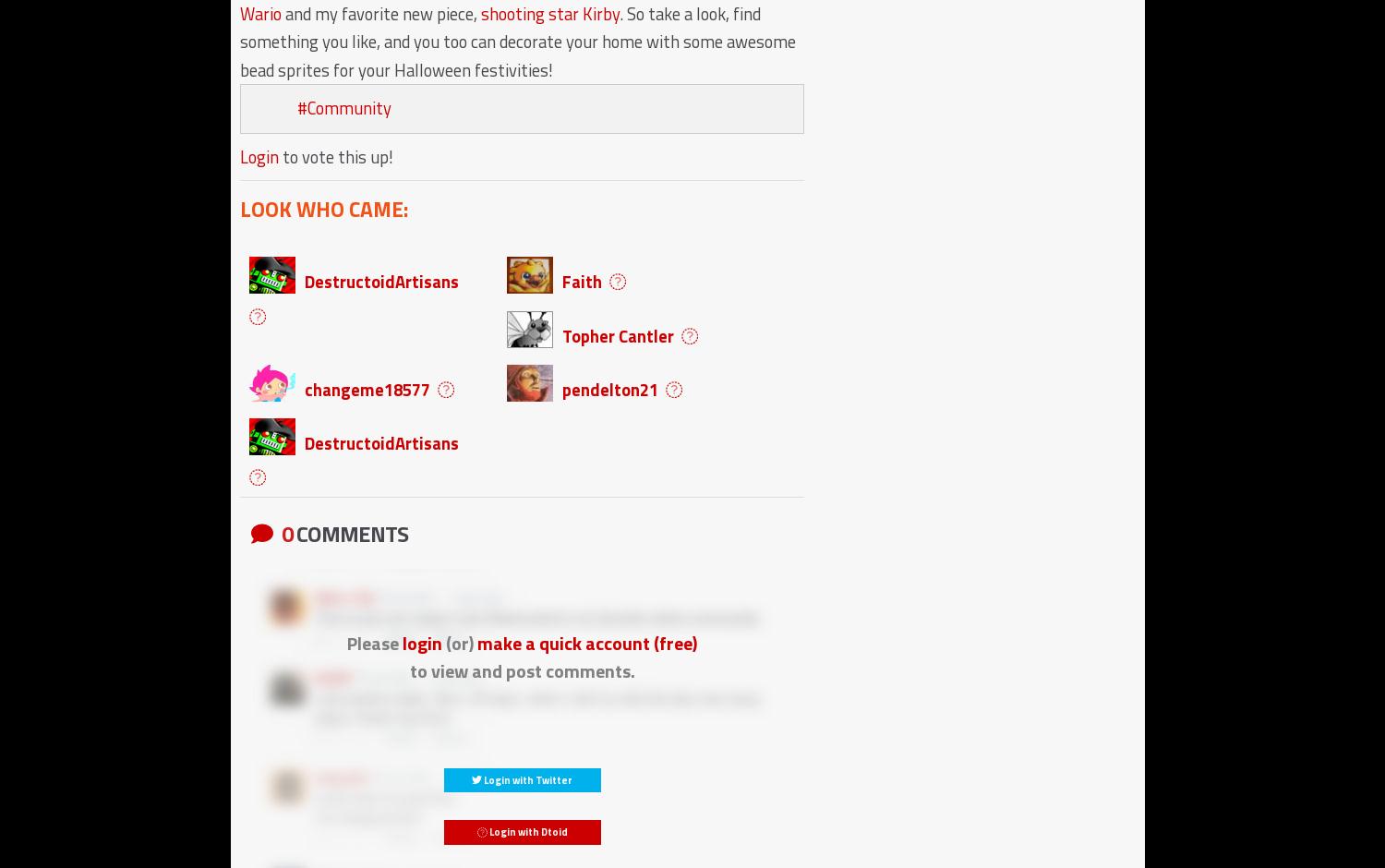 This screenshot has width=1385, height=868. I want to click on 'COMMENTS', so click(350, 532).